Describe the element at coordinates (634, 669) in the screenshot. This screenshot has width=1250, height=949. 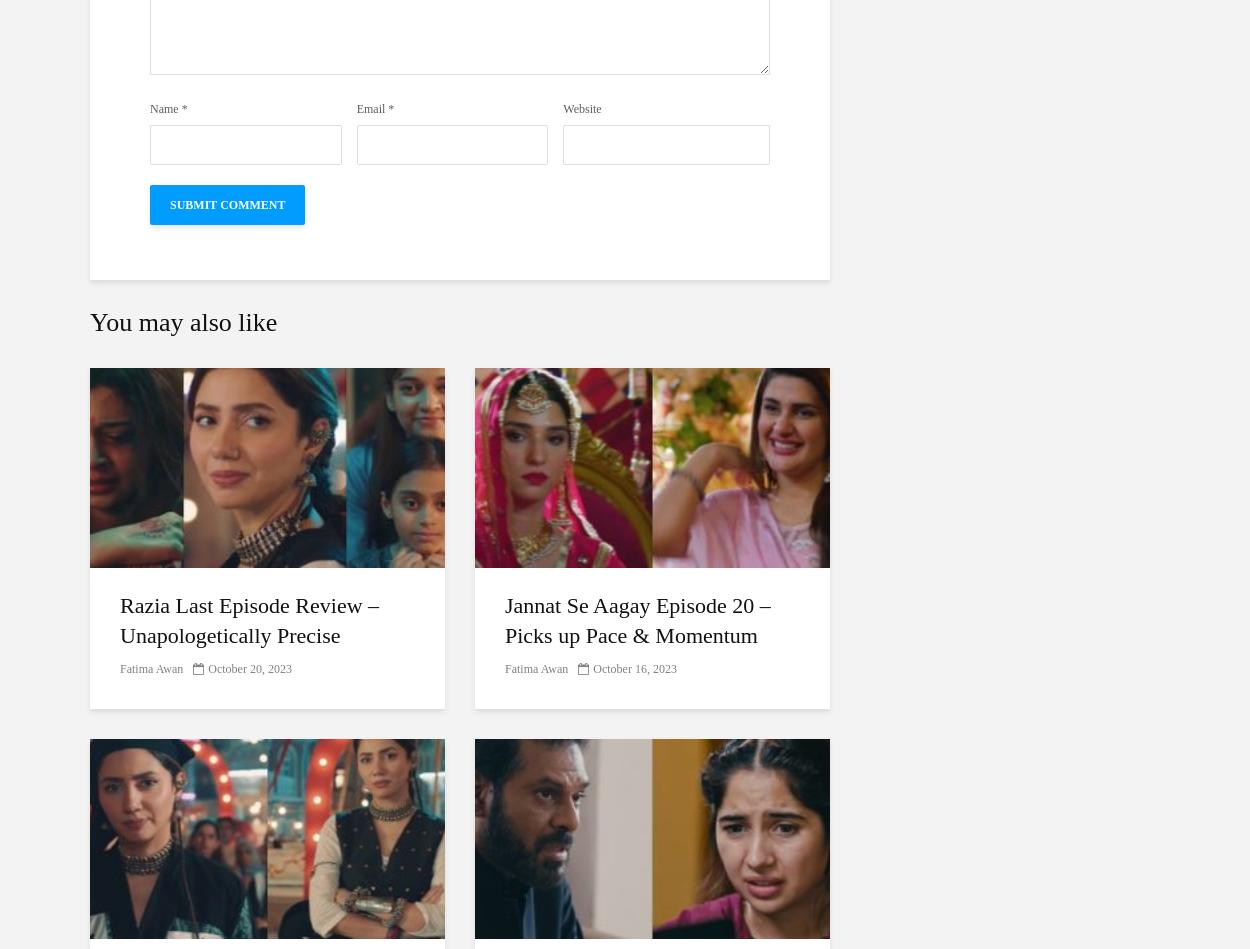
I see `'October 16, 2023'` at that location.